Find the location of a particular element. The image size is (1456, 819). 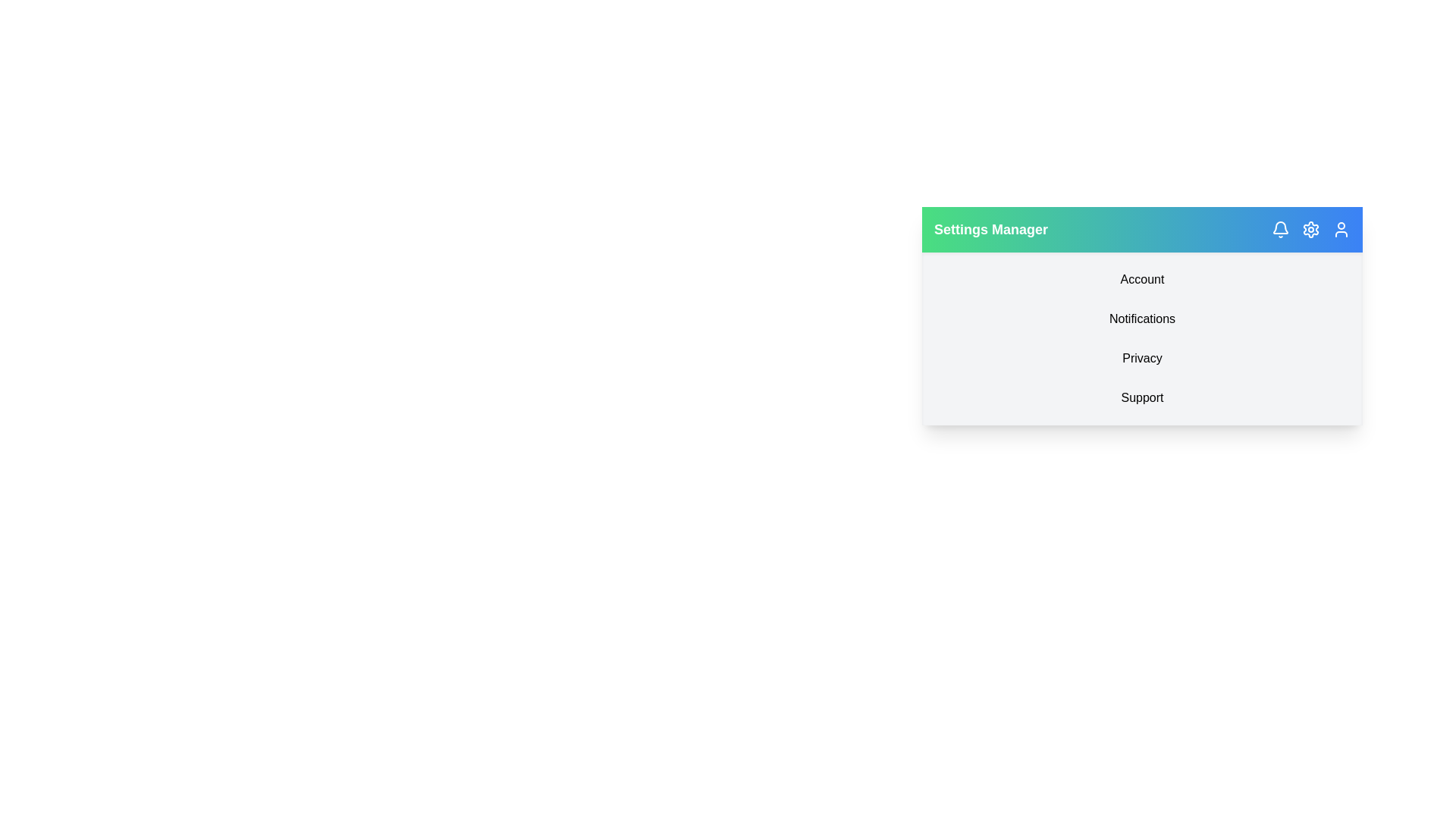

the settings icon to toggle the settings drawer is located at coordinates (1310, 230).